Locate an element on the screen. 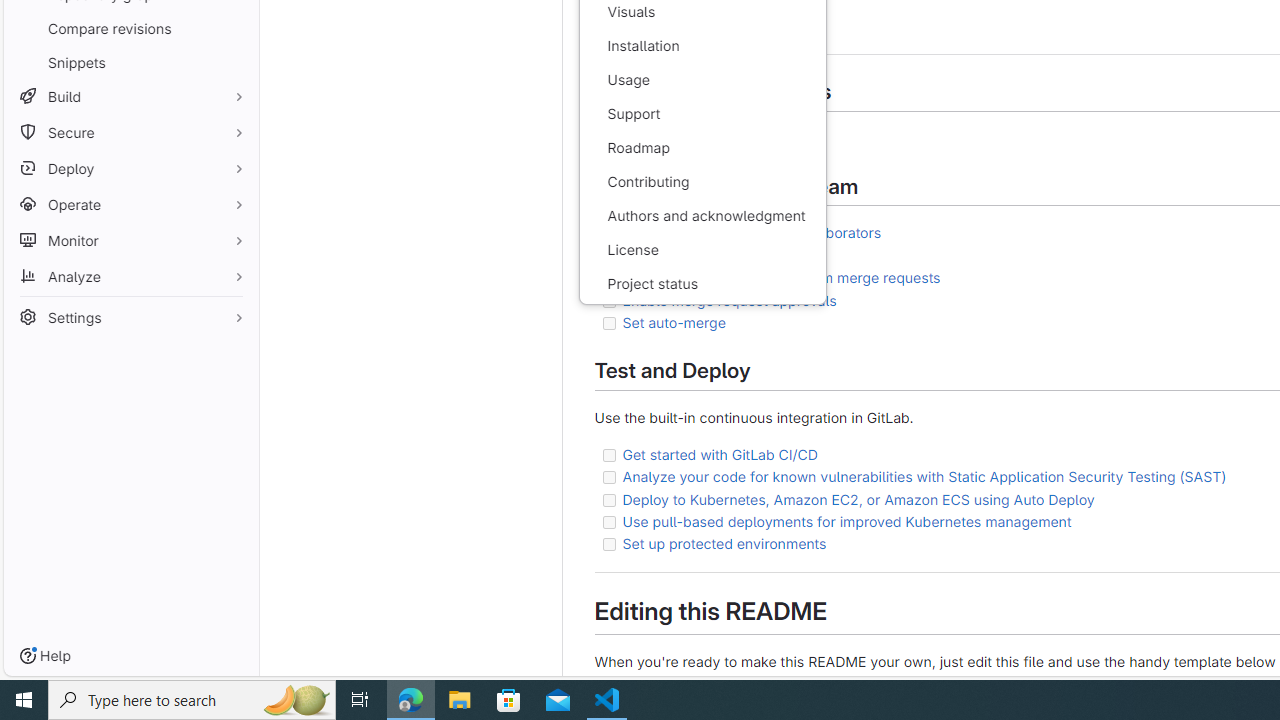 The image size is (1280, 720). 'Automatically close issues from merge requests' is located at coordinates (780, 278).